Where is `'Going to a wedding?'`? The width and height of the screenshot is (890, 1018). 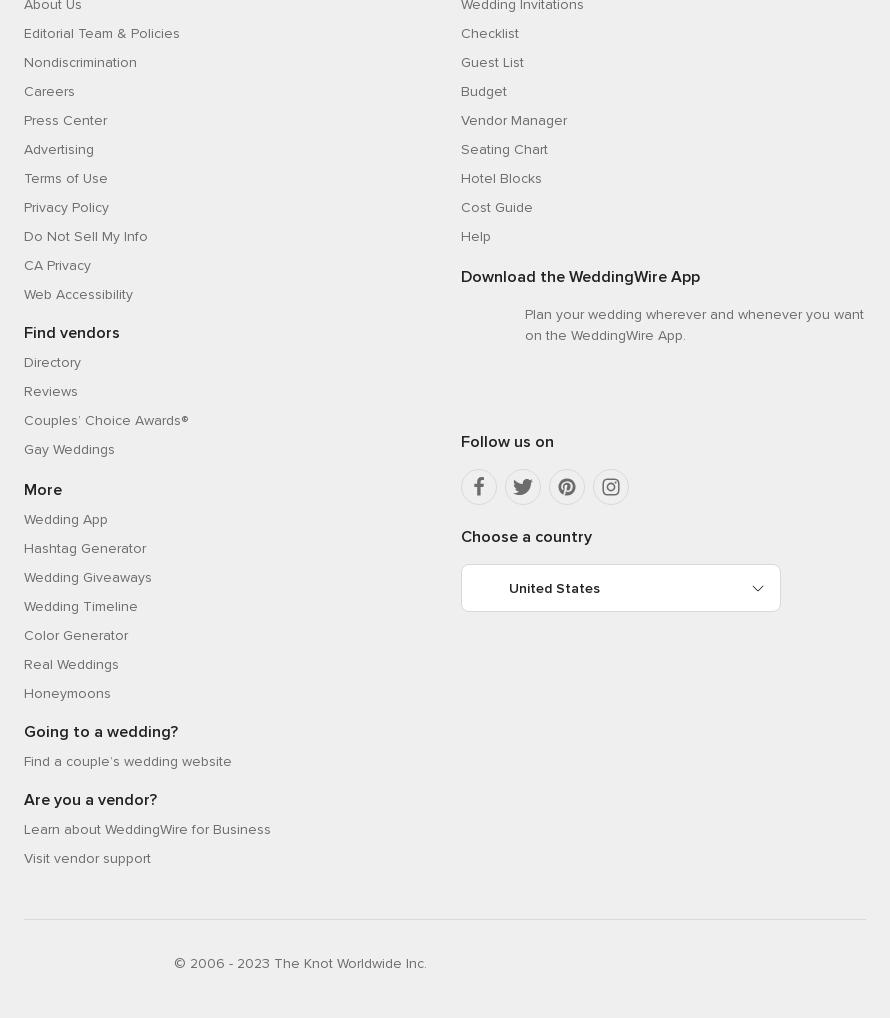 'Going to a wedding?' is located at coordinates (100, 730).